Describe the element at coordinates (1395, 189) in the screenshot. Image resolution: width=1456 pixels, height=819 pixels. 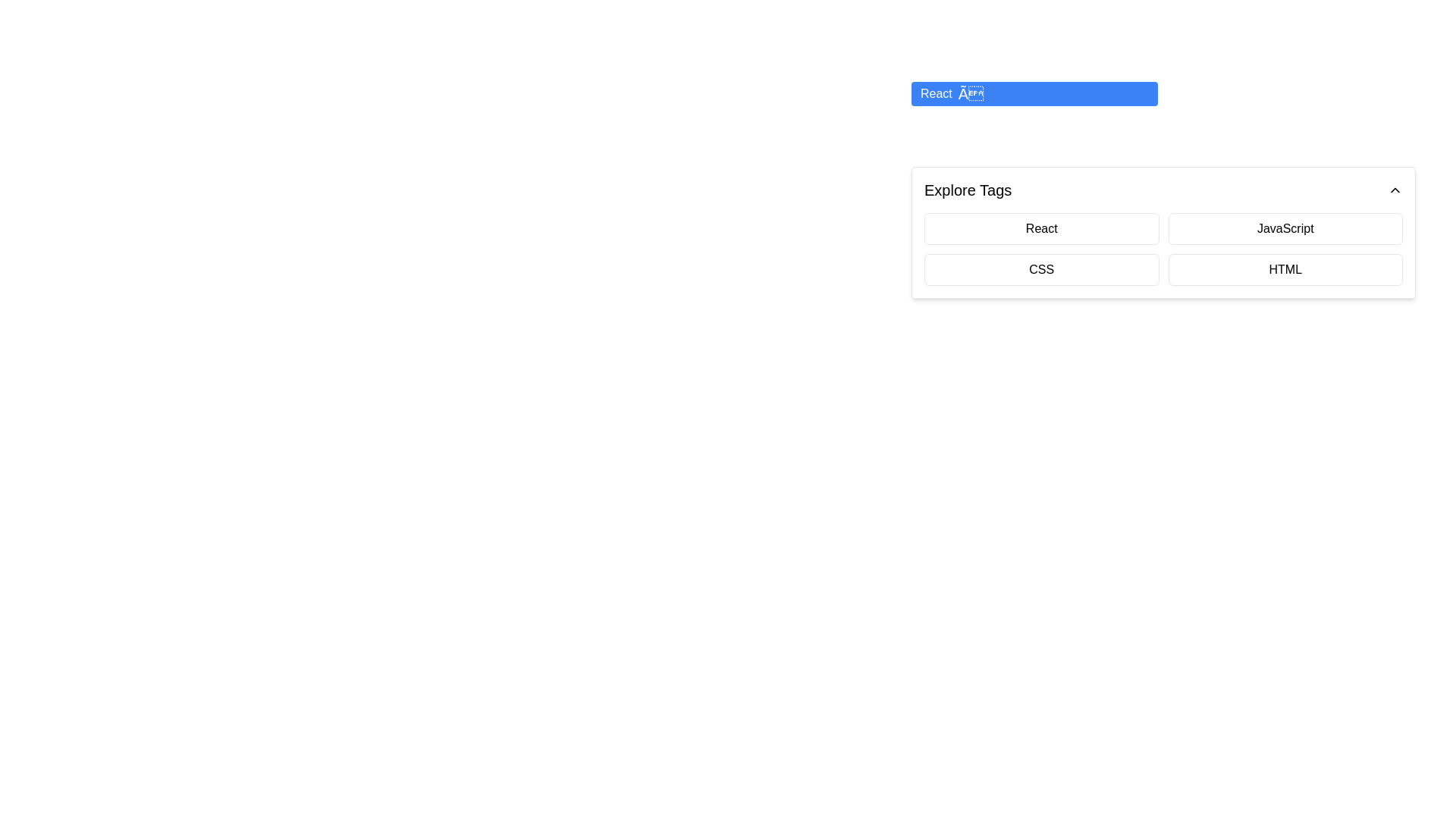
I see `the button on the far-right side of the header bar of the 'Explore Tags' section` at that location.